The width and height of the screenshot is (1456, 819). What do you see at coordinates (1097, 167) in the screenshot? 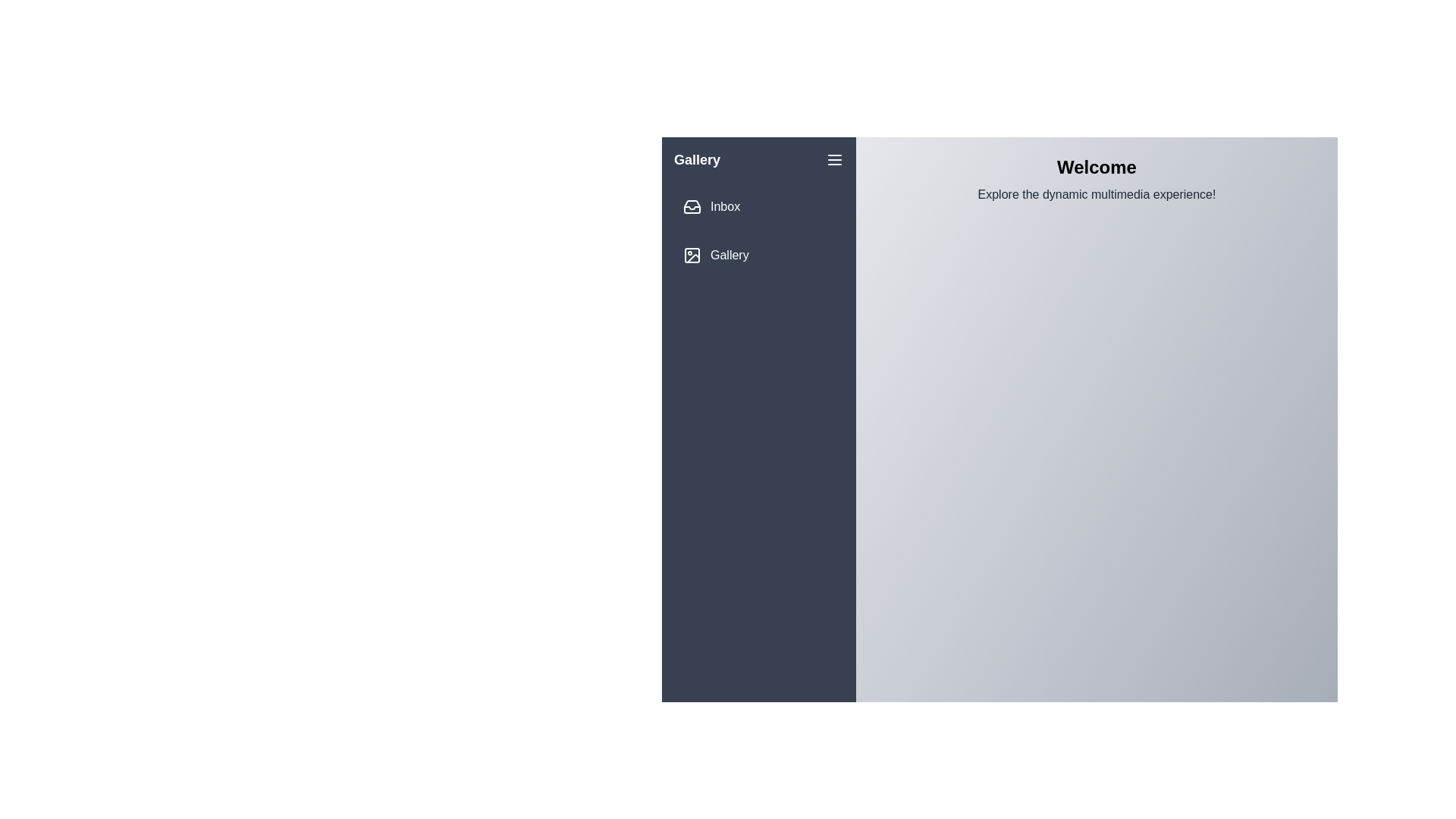
I see `the header or title text located at the top-center of the page` at bounding box center [1097, 167].